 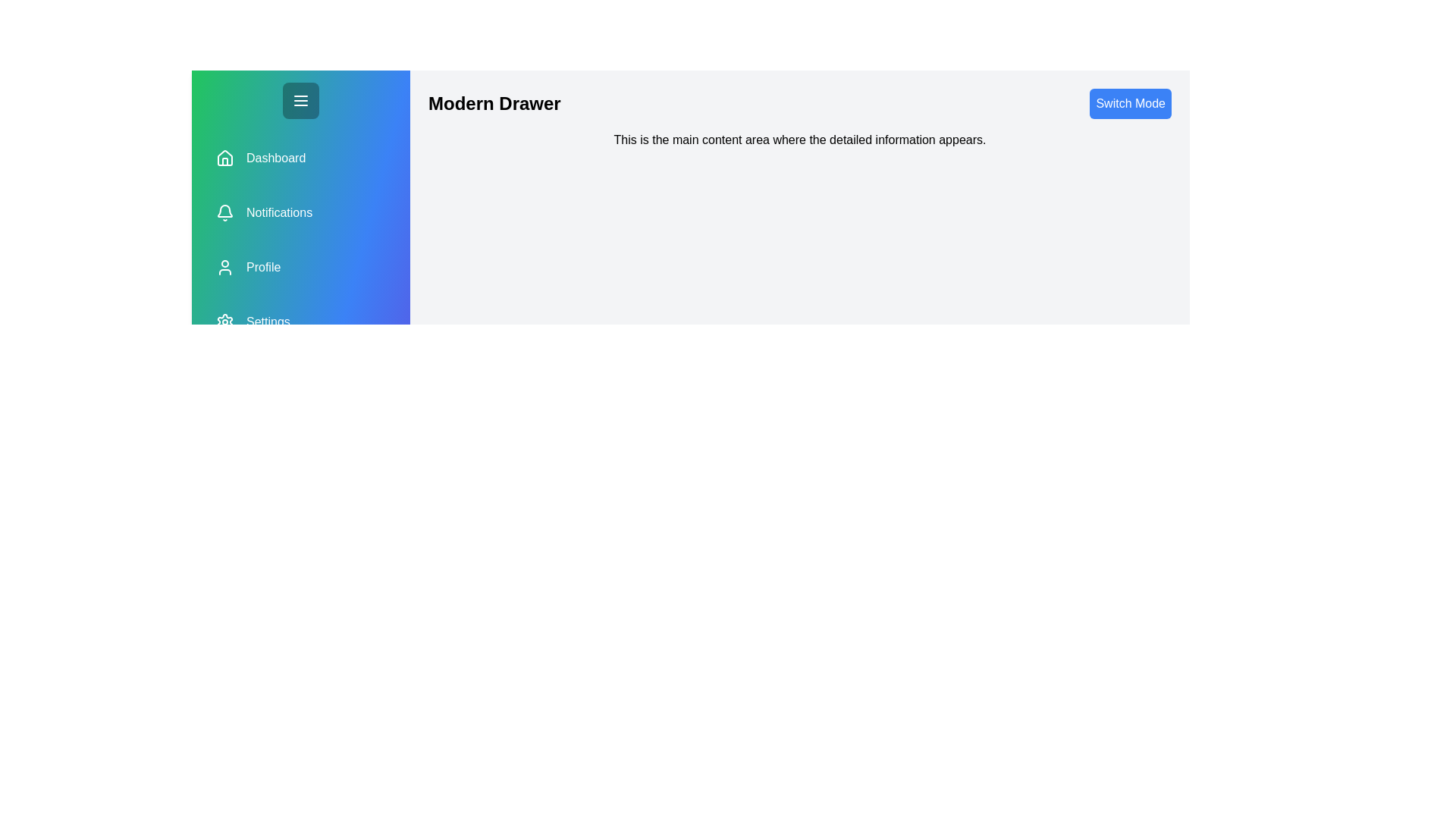 I want to click on the section Notifications in the drawer, so click(x=301, y=213).